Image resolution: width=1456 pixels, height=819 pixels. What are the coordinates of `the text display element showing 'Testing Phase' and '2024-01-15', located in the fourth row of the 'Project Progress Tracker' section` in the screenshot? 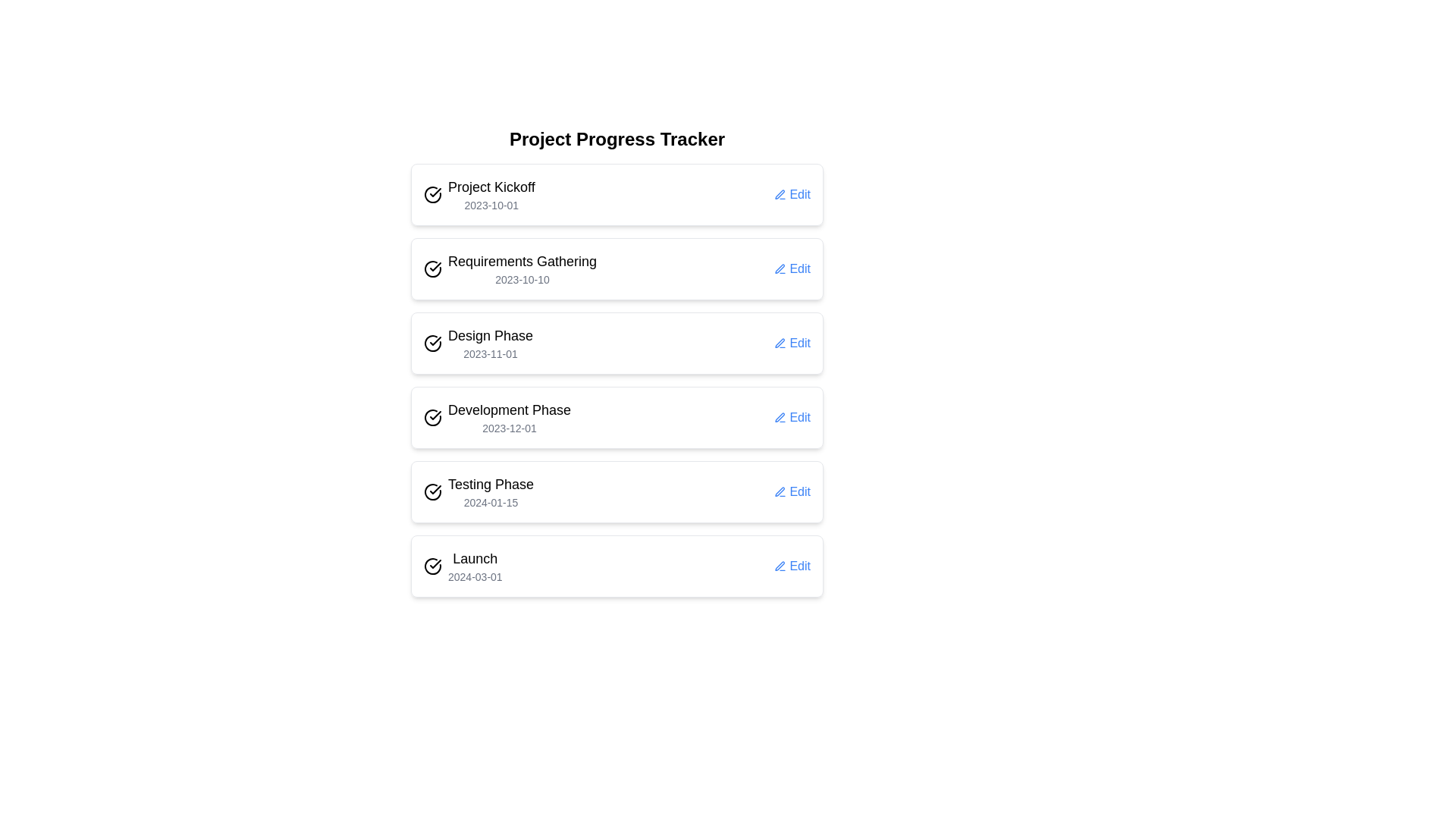 It's located at (491, 491).